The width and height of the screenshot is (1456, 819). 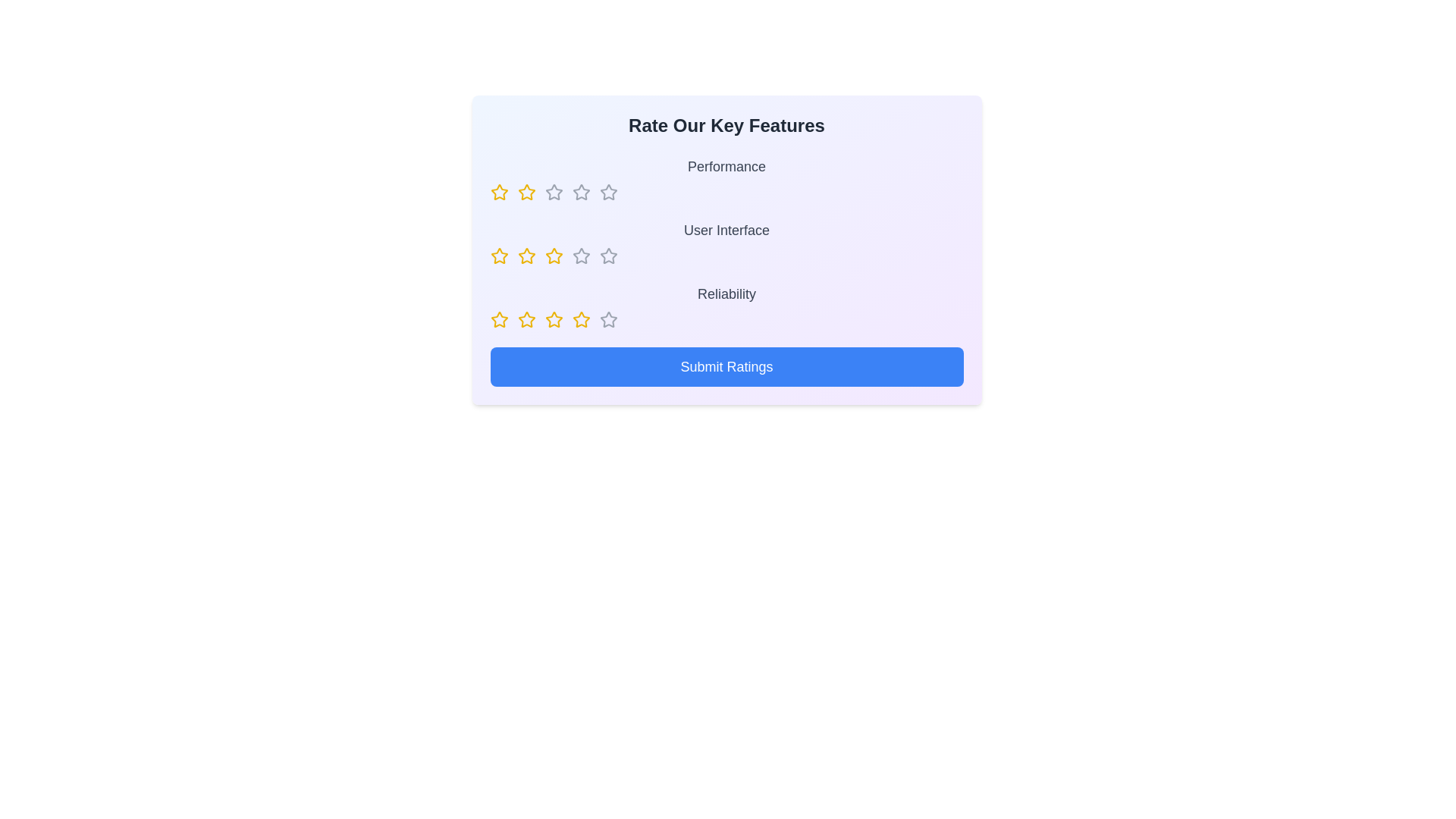 What do you see at coordinates (499, 192) in the screenshot?
I see `the rating for a feature to 1 stars` at bounding box center [499, 192].